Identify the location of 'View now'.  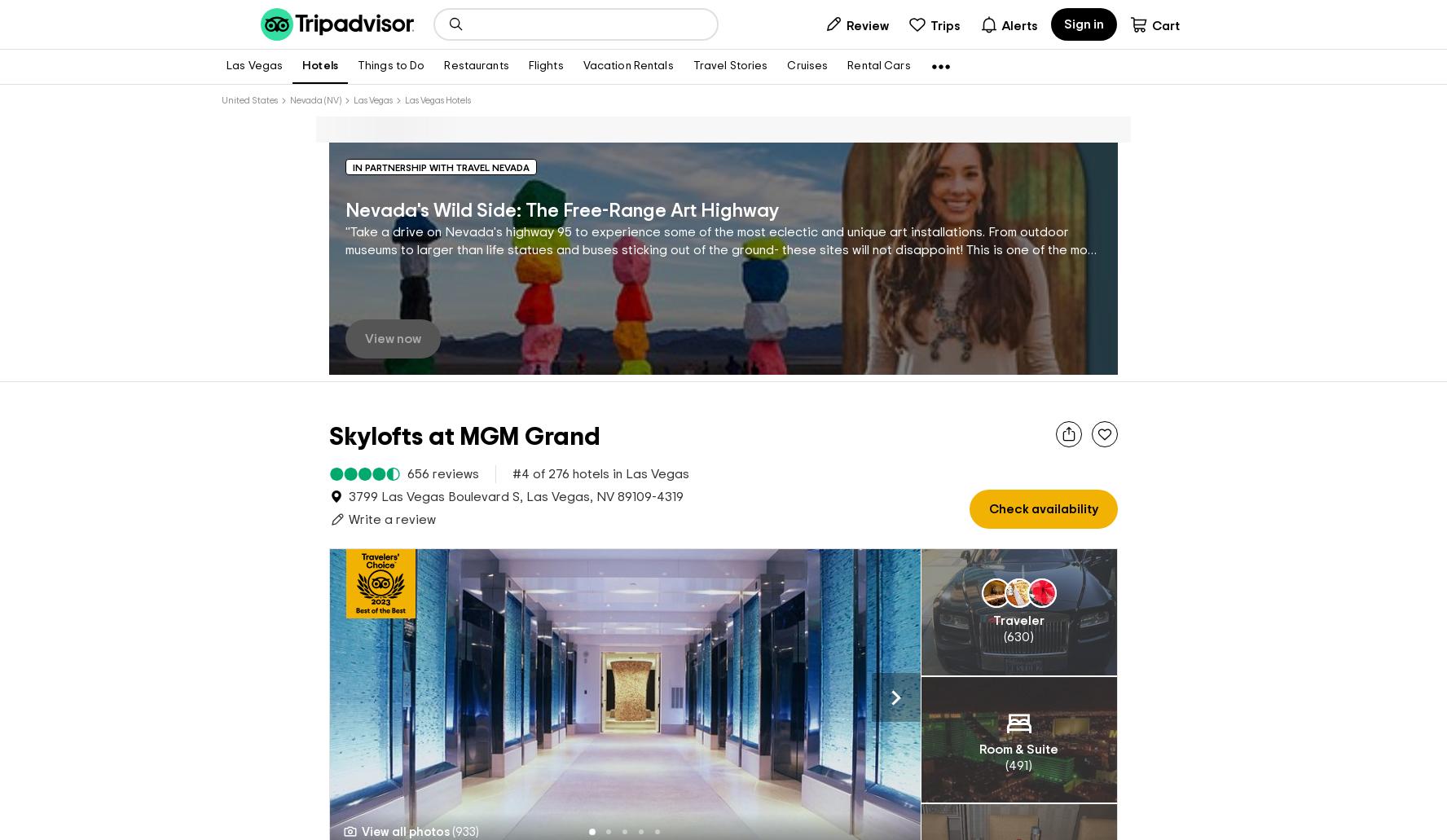
(392, 312).